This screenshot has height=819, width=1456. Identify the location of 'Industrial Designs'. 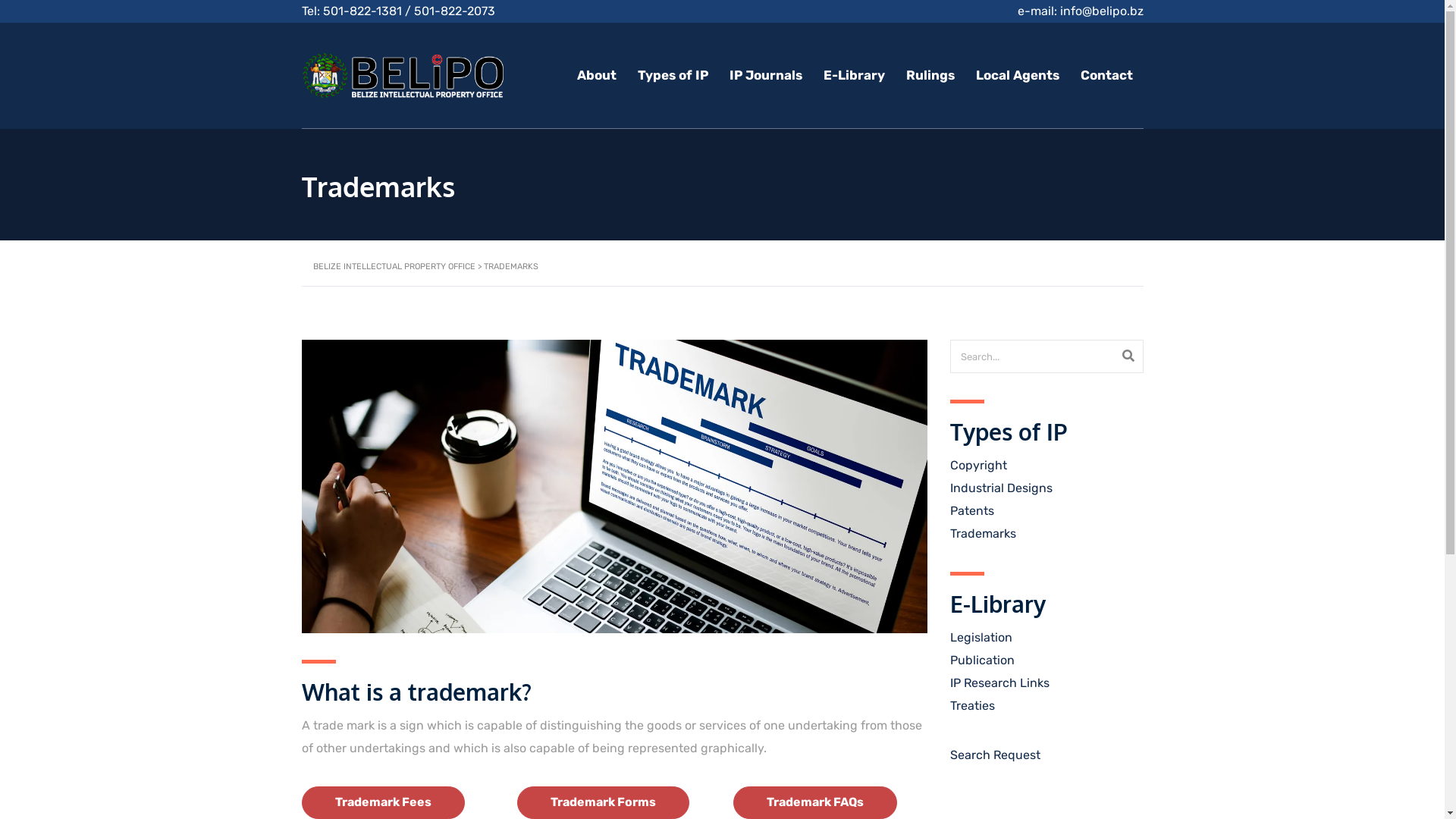
(1000, 488).